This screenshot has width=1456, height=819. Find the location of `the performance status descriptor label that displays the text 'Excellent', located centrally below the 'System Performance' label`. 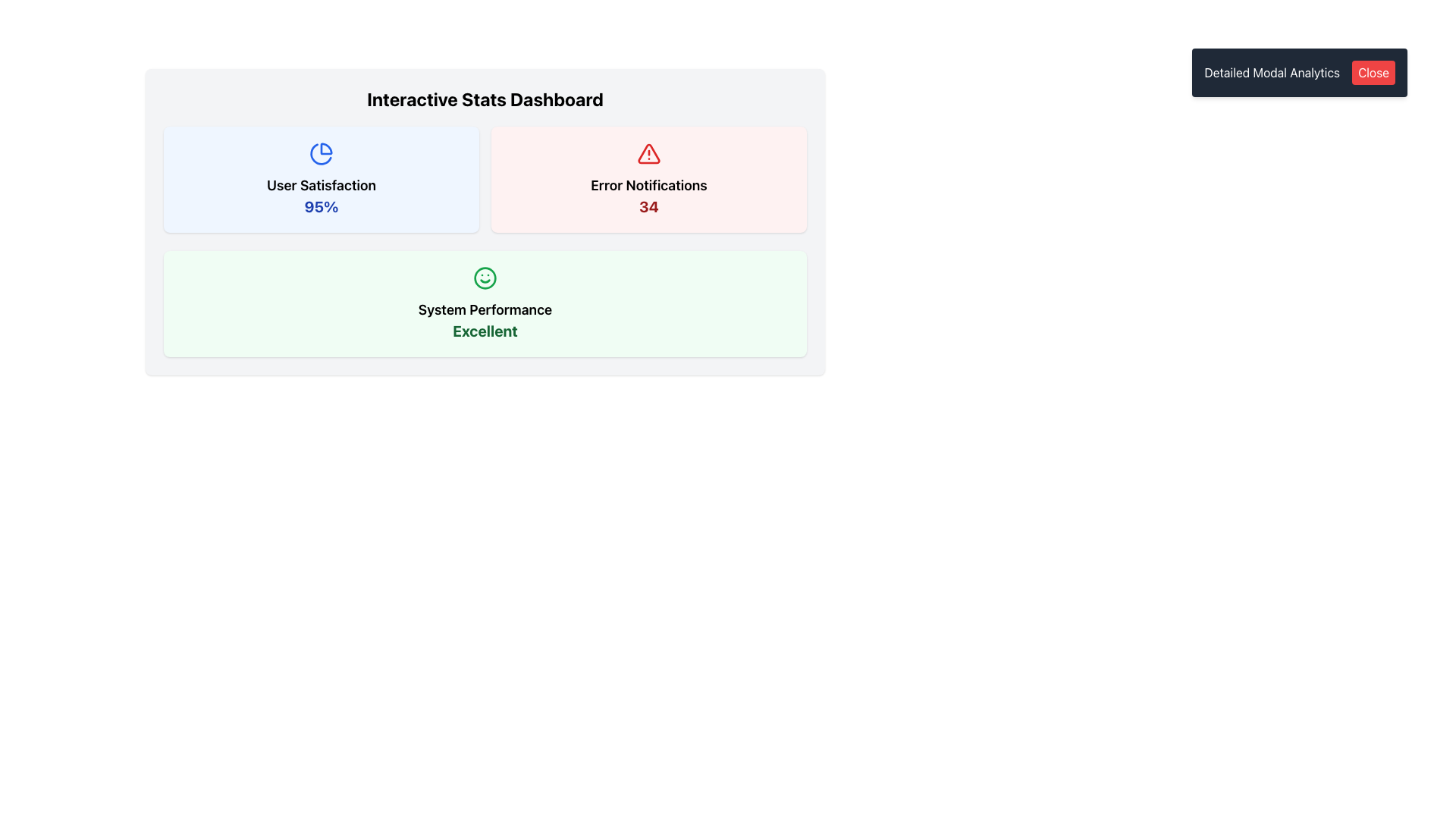

the performance status descriptor label that displays the text 'Excellent', located centrally below the 'System Performance' label is located at coordinates (484, 330).